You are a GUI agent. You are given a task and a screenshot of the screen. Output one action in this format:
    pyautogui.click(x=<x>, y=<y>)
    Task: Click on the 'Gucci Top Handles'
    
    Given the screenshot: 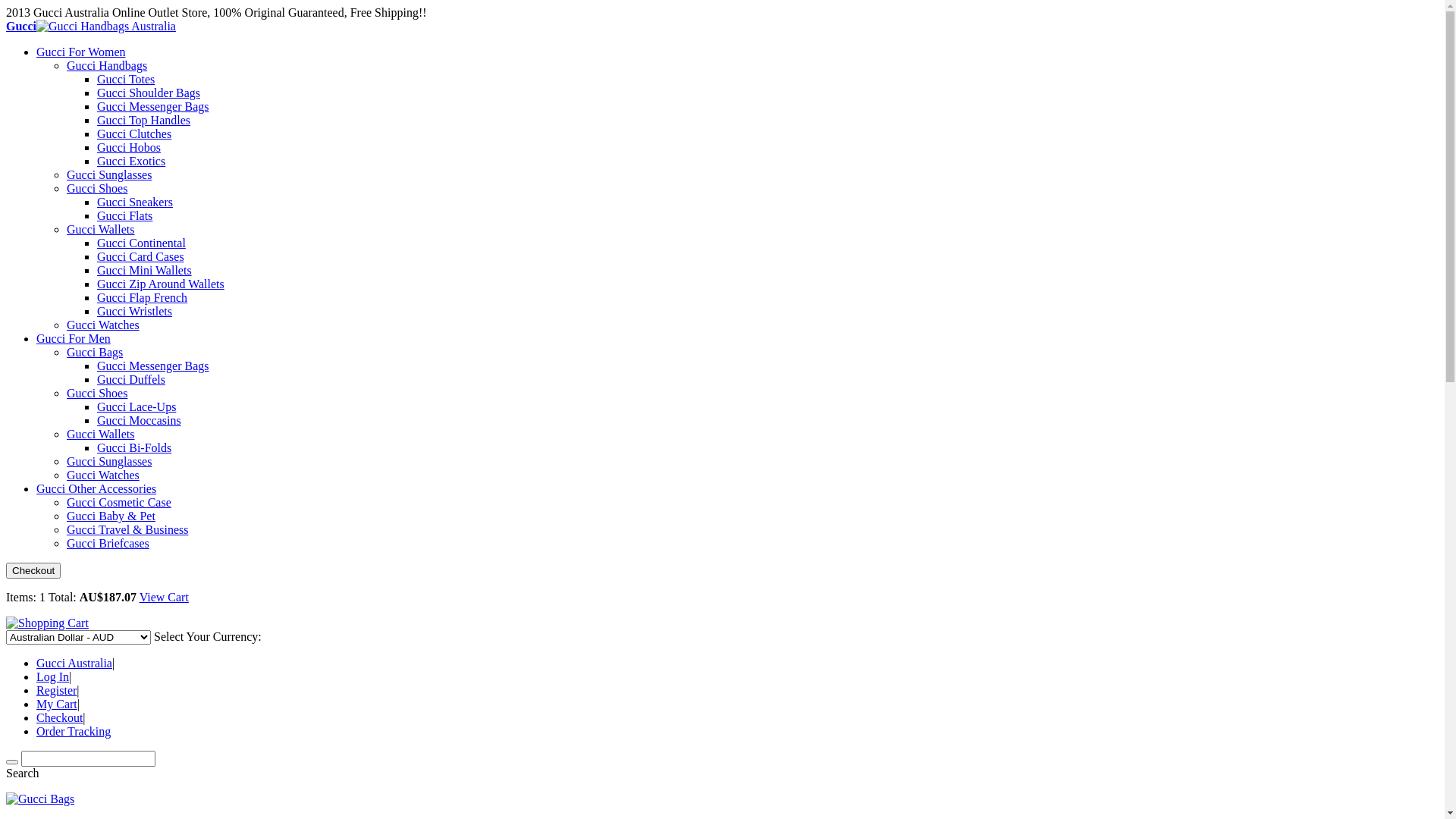 What is the action you would take?
    pyautogui.click(x=143, y=119)
    